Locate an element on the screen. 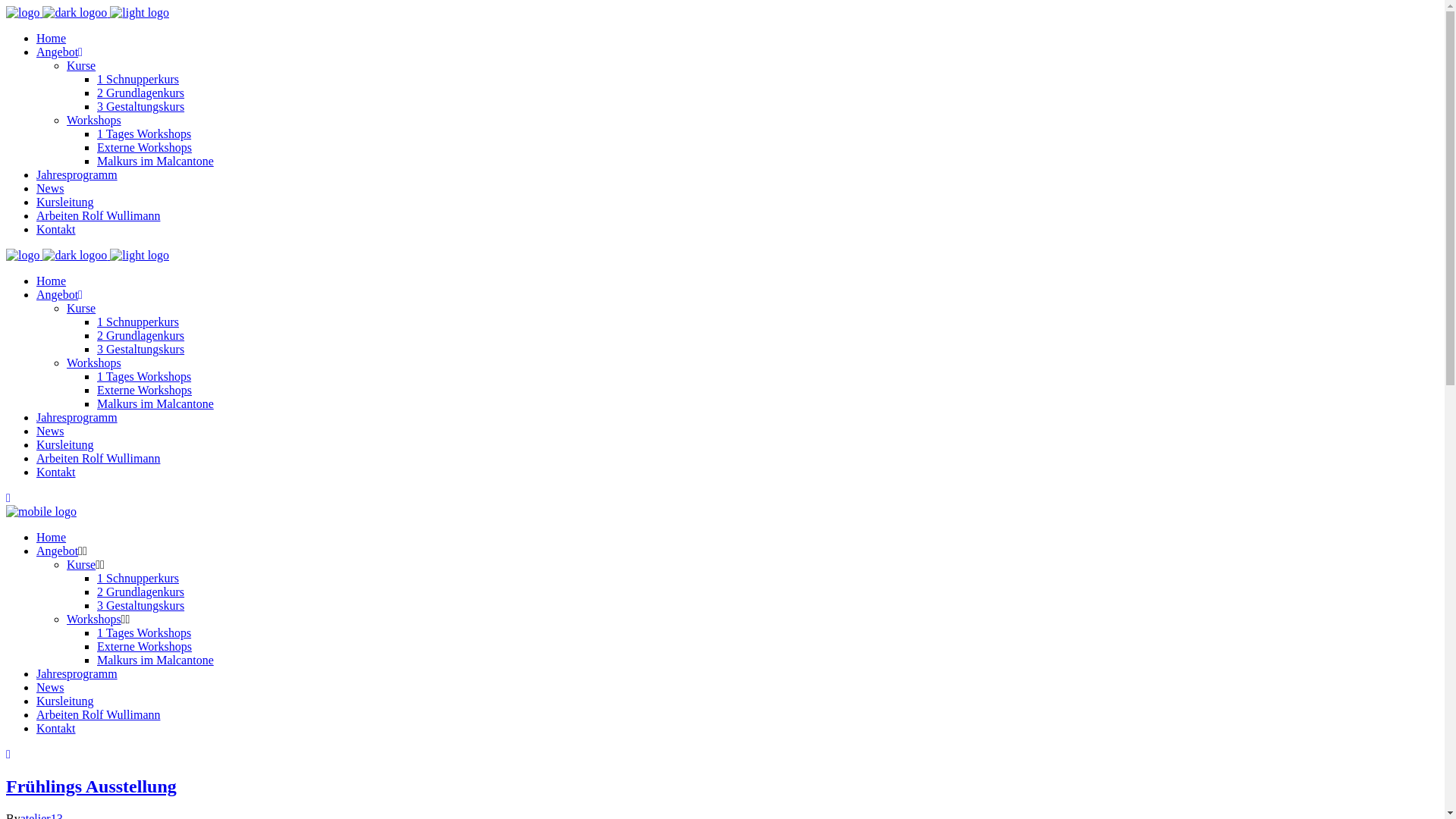 This screenshot has width=1456, height=819. '1 Tages Workshops' is located at coordinates (144, 632).